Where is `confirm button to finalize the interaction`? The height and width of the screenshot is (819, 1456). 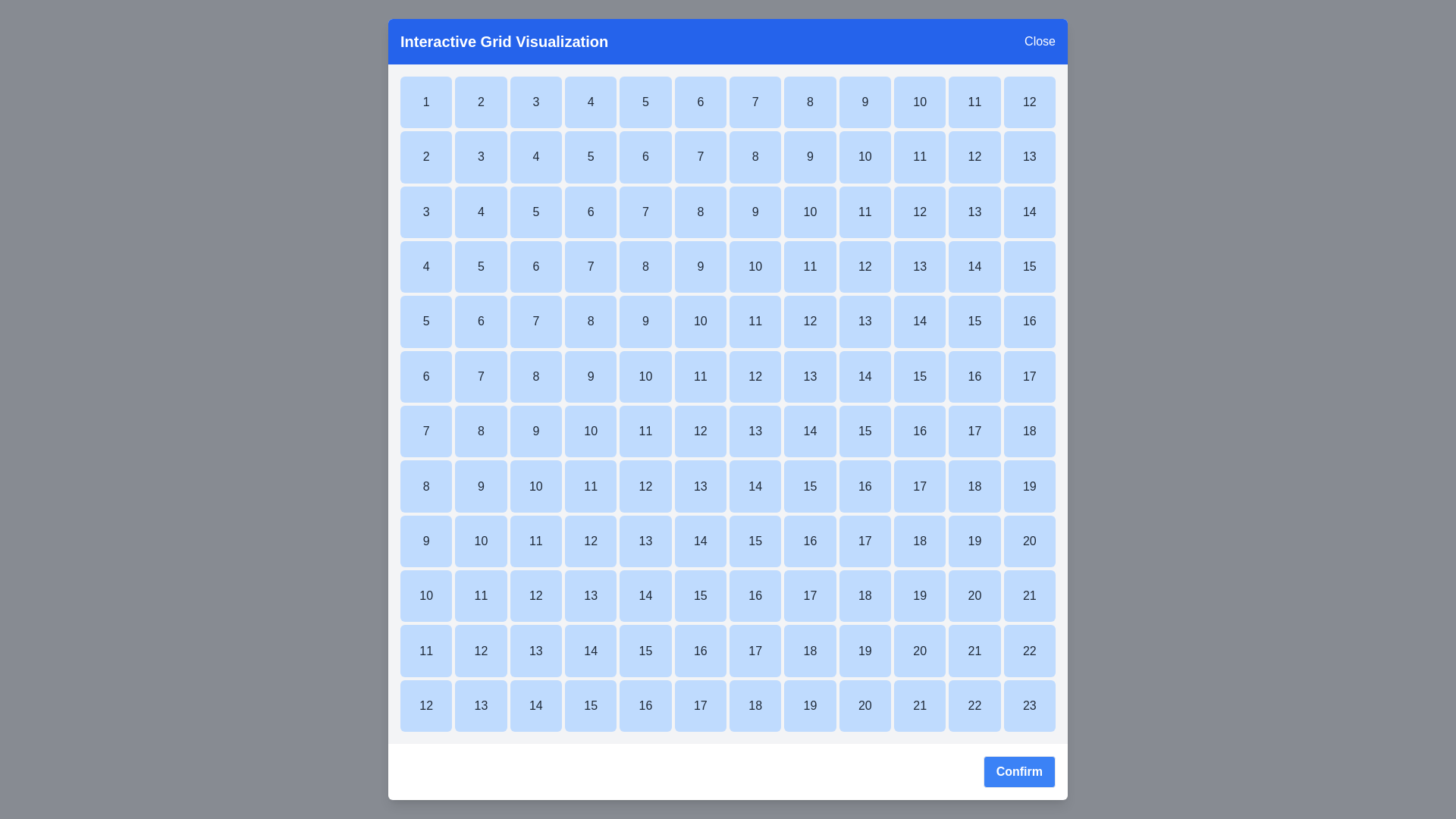 confirm button to finalize the interaction is located at coordinates (1019, 772).